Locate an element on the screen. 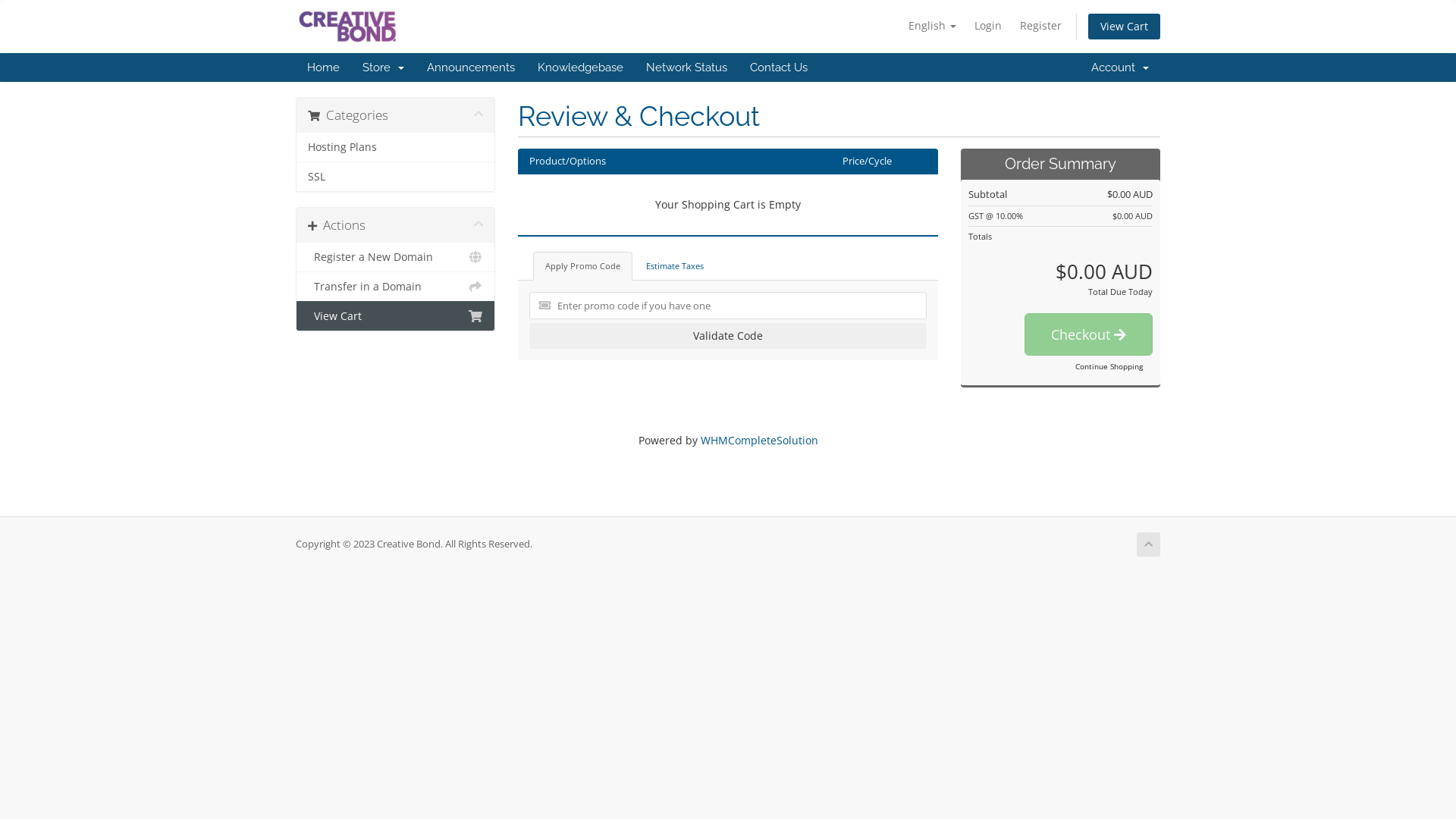 This screenshot has height=819, width=1456. '  Register a New Domain' is located at coordinates (296, 256).